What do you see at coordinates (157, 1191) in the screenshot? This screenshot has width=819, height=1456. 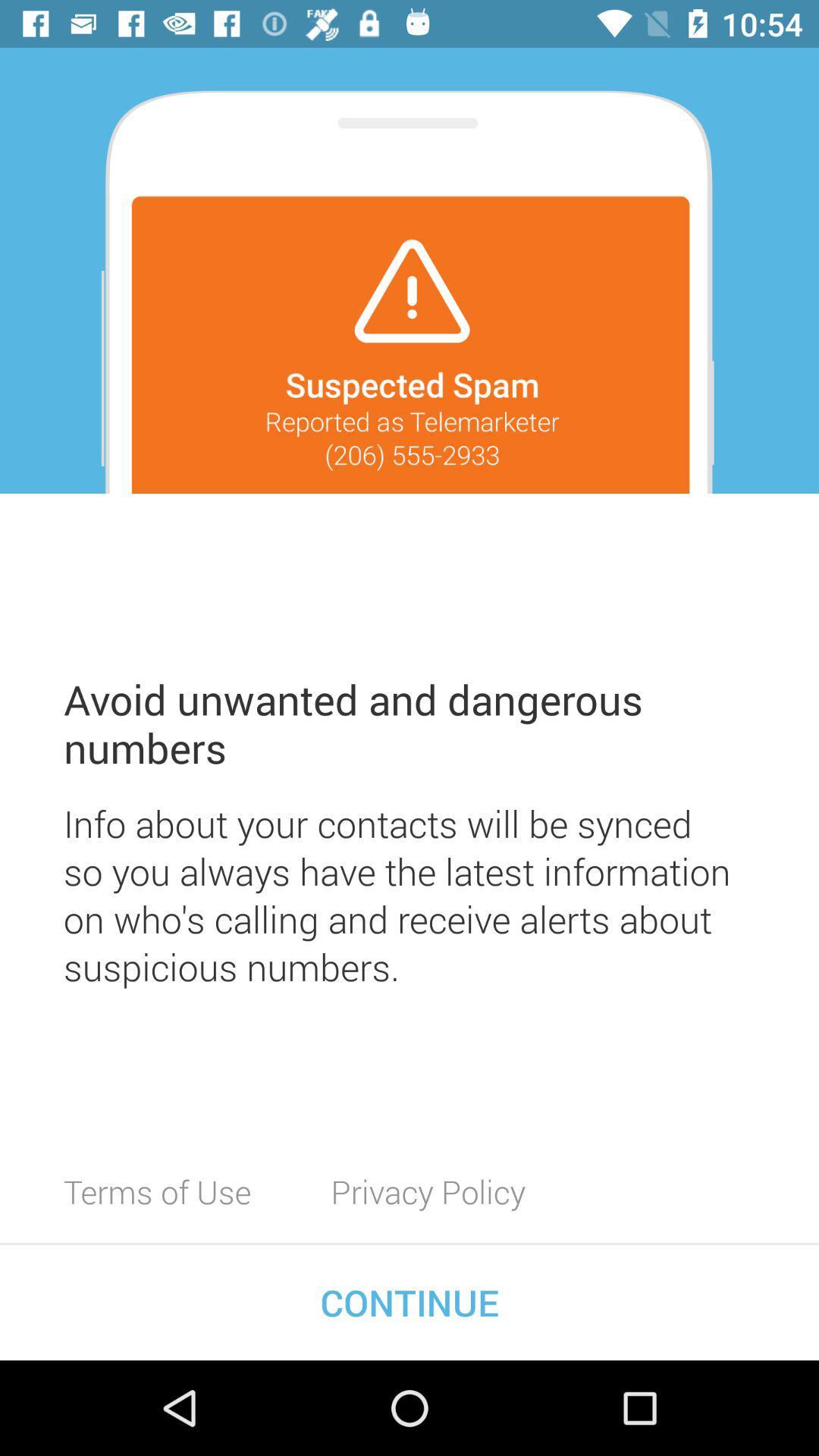 I see `the item to the left of the privacy policy item` at bounding box center [157, 1191].